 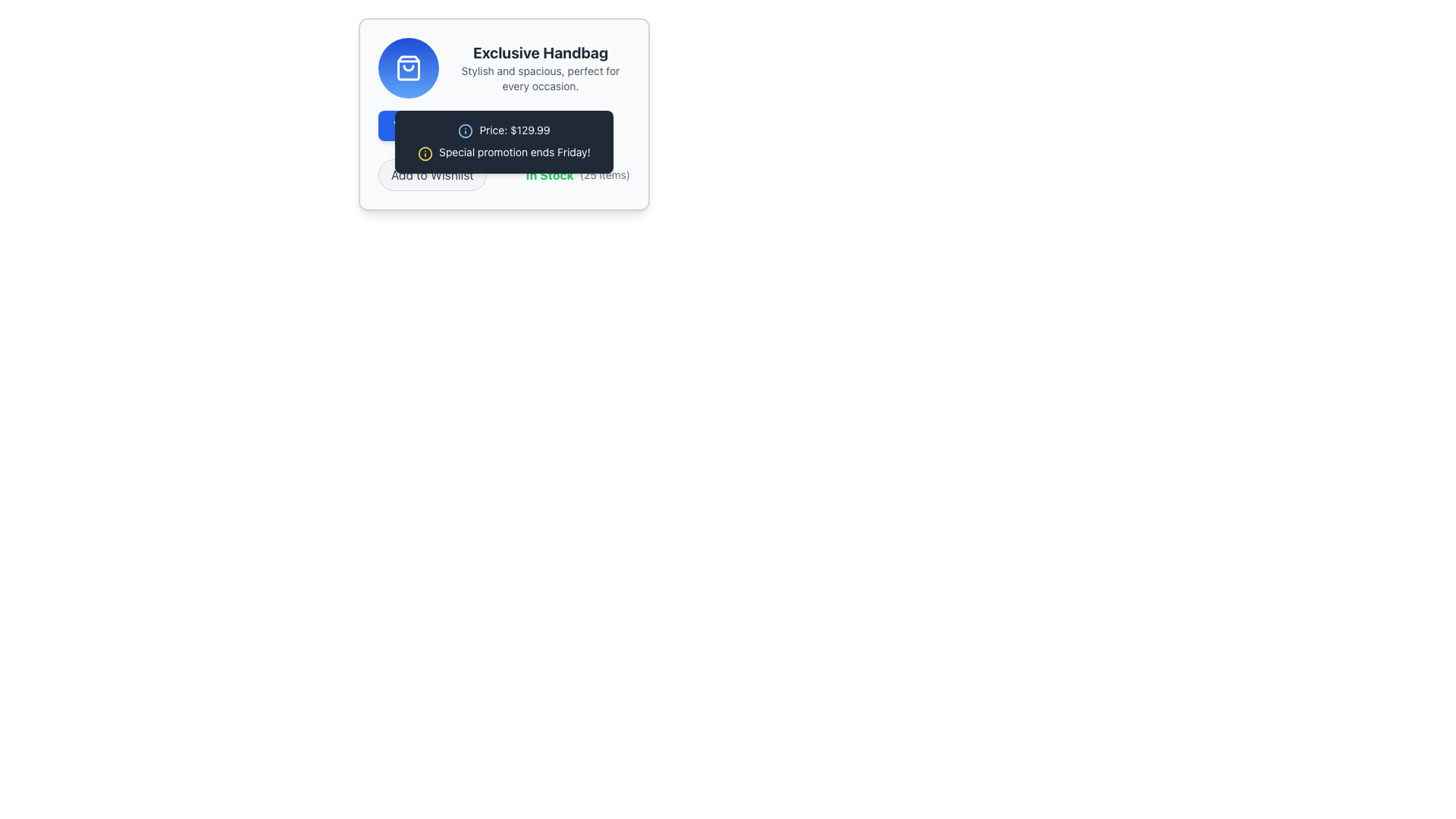 What do you see at coordinates (604, 174) in the screenshot?
I see `the small gray text label '(25 items)' located to the right of the bold green 'In Stock' text` at bounding box center [604, 174].